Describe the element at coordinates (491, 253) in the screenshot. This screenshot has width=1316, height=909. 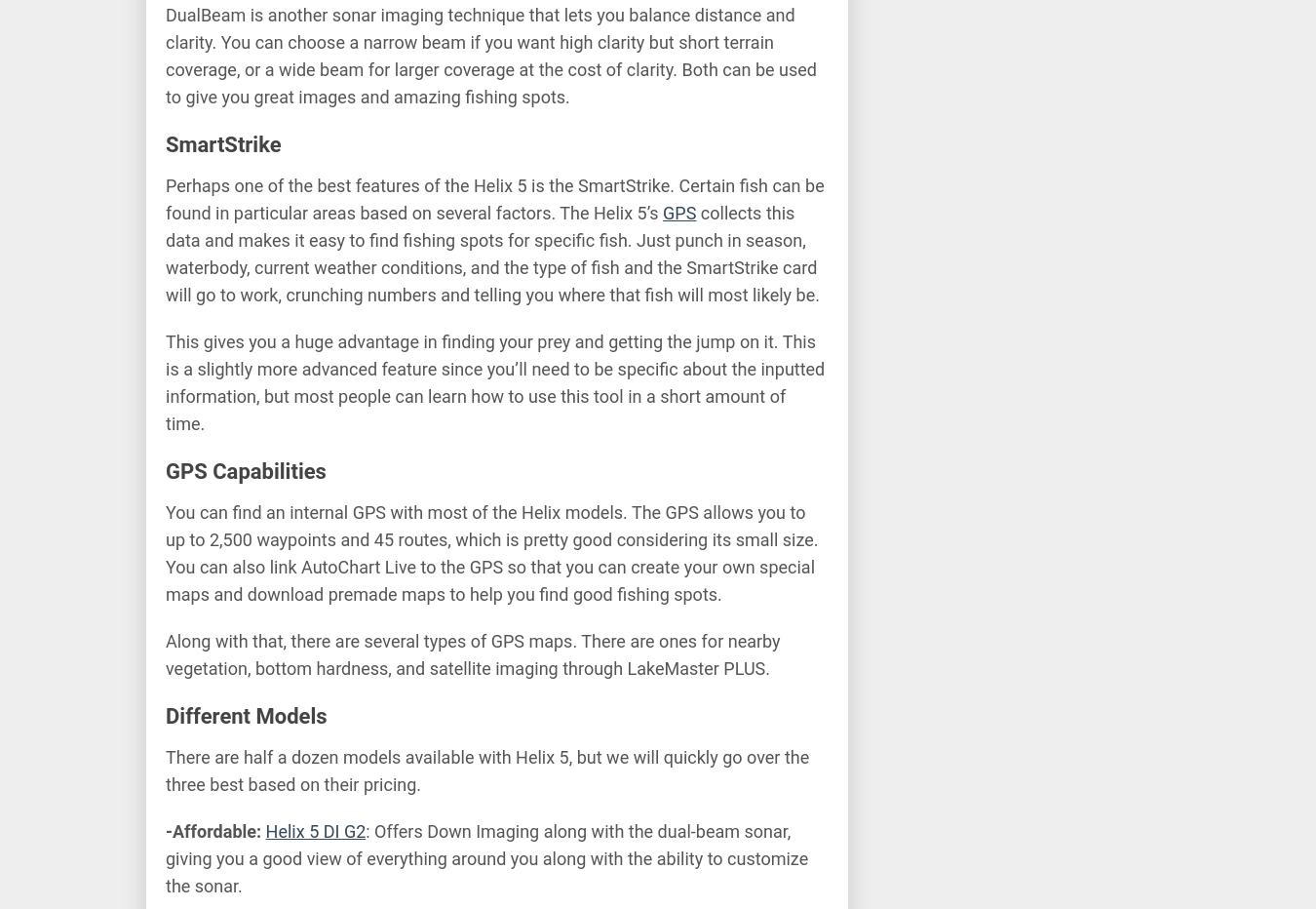
I see `'collects this data and makes it easy to find fishing spots for specific fish. Just punch in season, waterbody, current weather conditions, and the type of fish and the SmartStrike card will go to work, crunching numbers and telling you where that fish will most likely be.'` at that location.